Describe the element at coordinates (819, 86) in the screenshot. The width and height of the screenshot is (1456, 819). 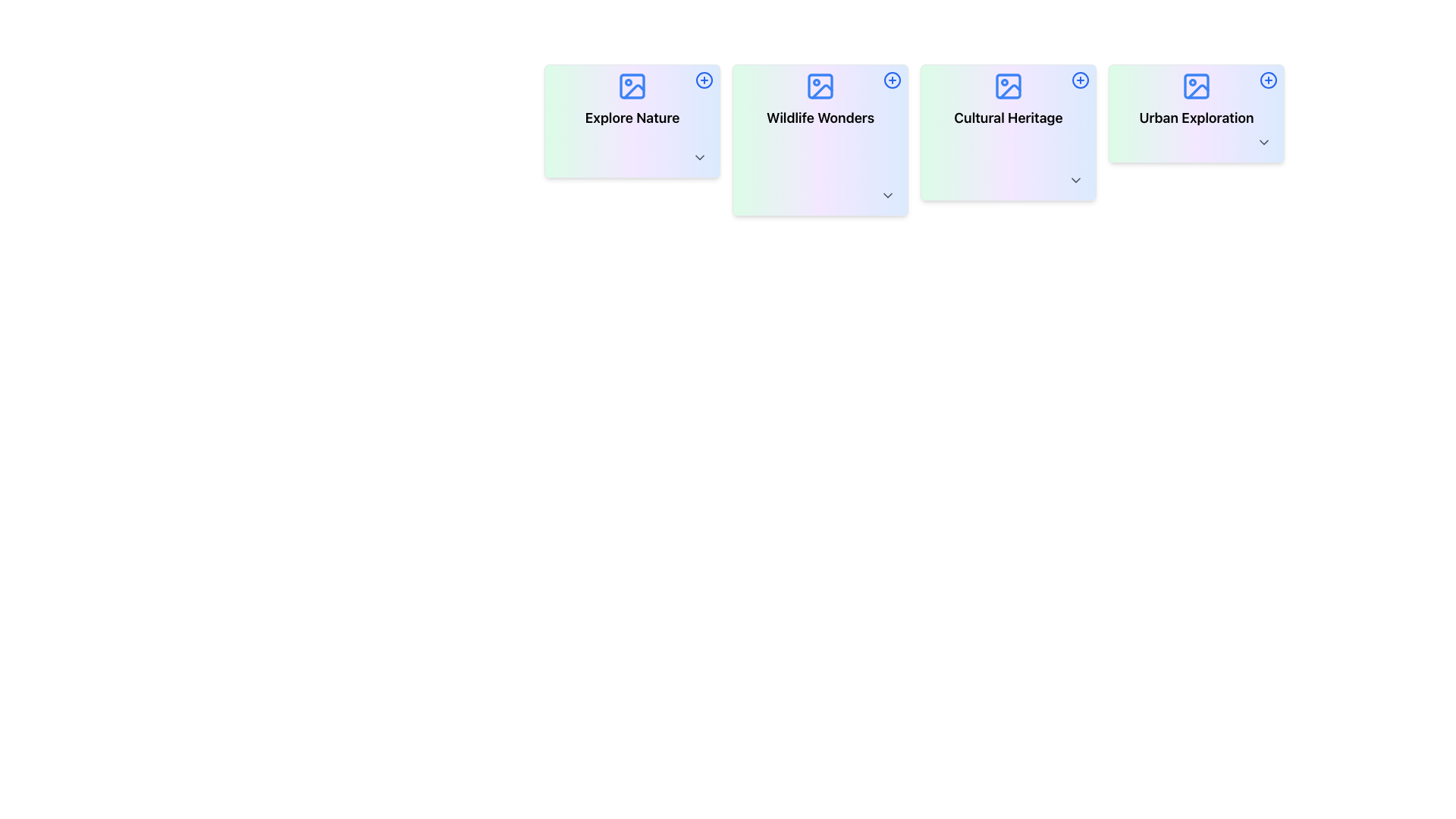
I see `the Decorative background element of the icon representing a picture or image, located in the second card above the text 'Wildlife Wonders'` at that location.